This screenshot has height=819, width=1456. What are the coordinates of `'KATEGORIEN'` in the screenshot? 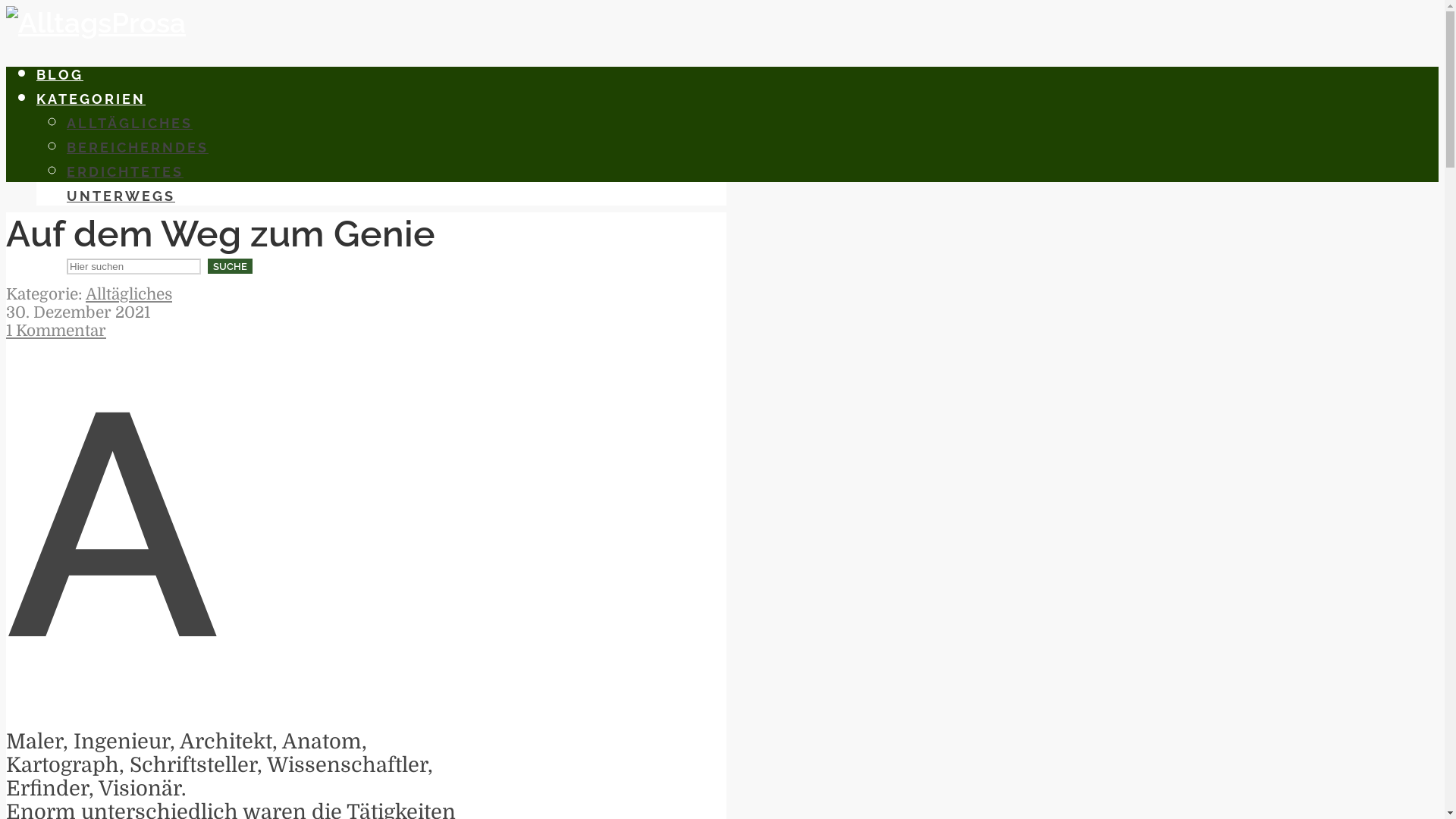 It's located at (90, 99).